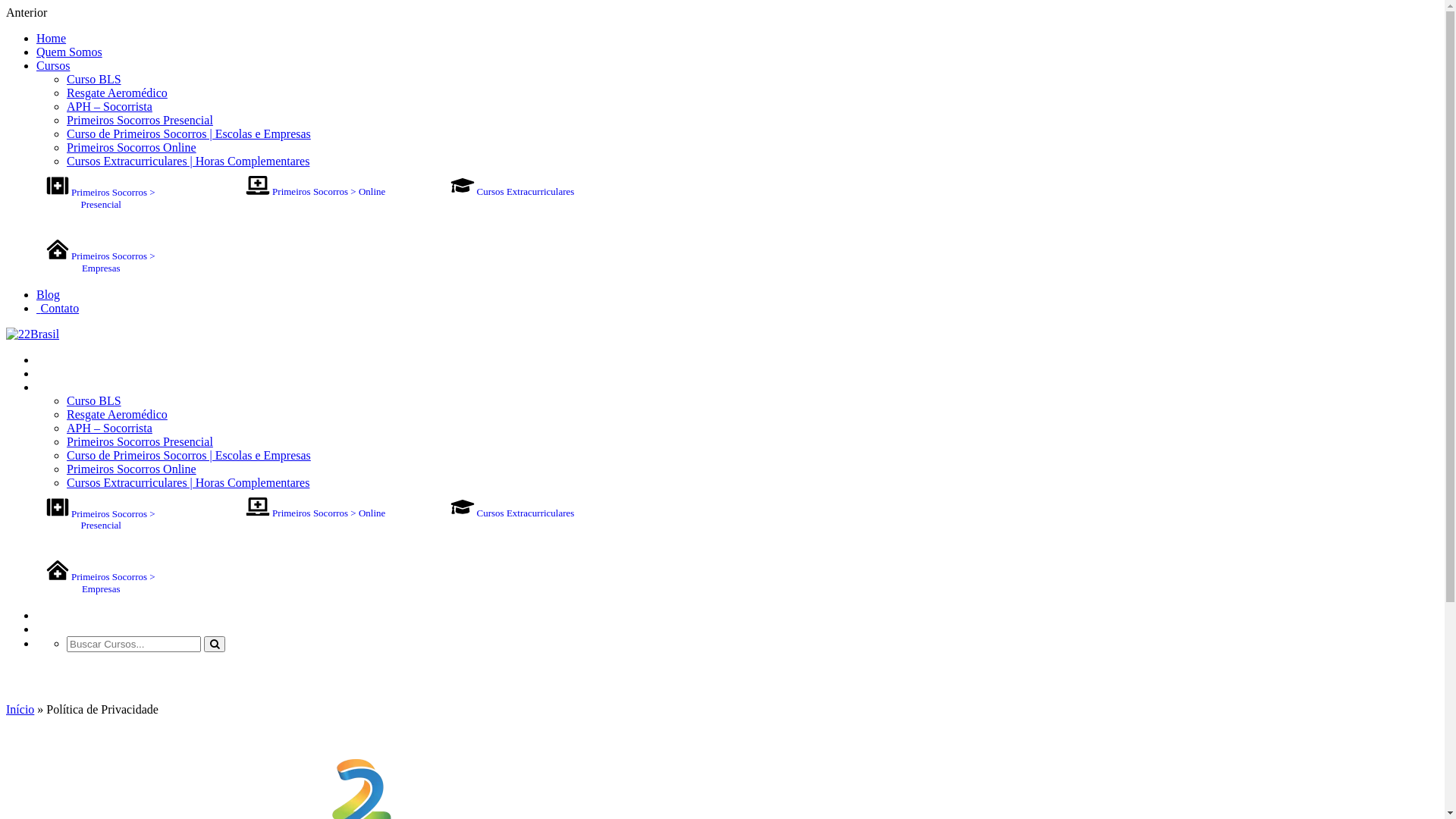  I want to click on 'Primeiros Socorros > Online', so click(315, 512).